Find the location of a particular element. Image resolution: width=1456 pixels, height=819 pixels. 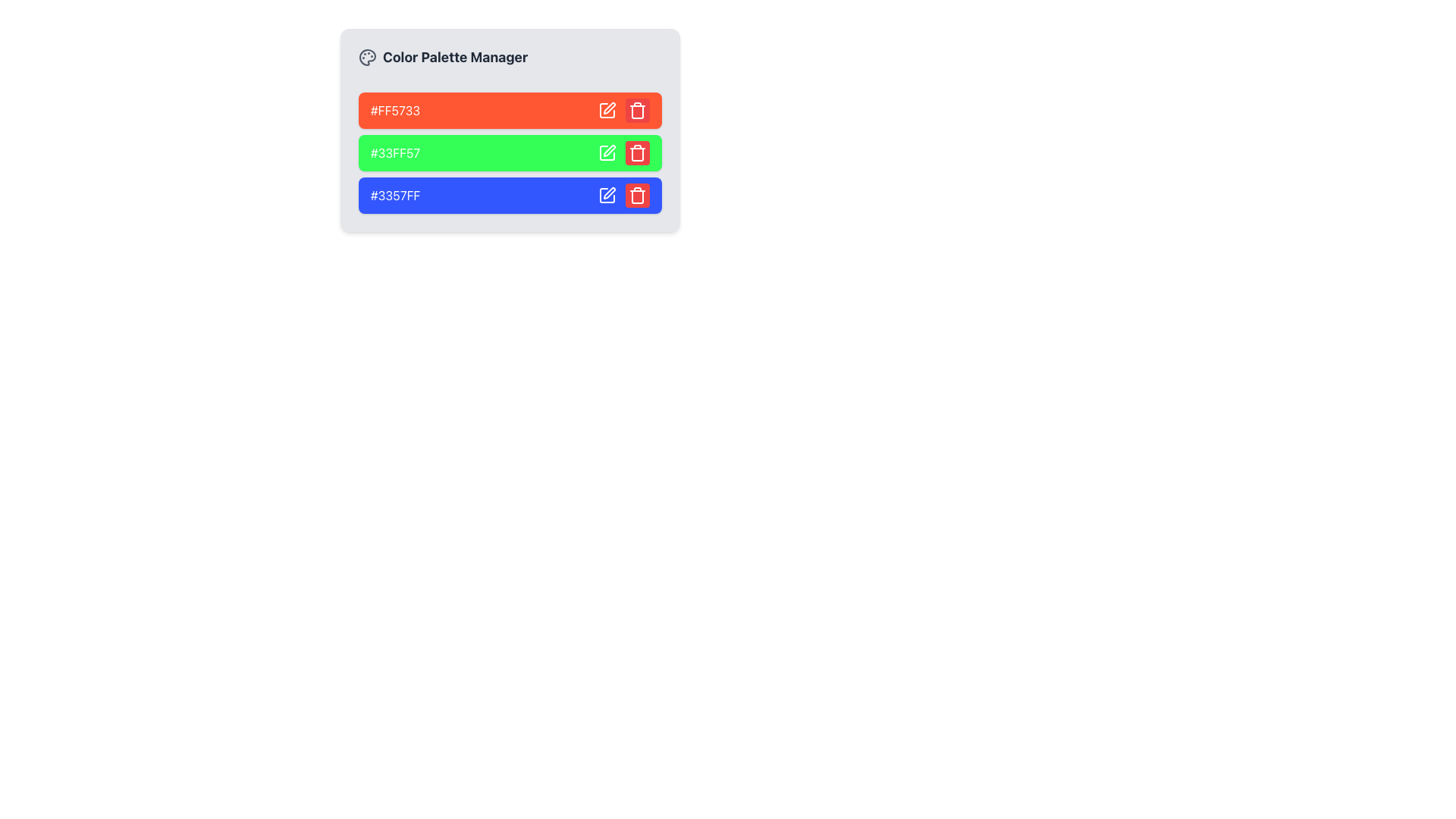

the edit button located to the right of the color label '#FF5733' in the Color Palette Manager to initiate color editing is located at coordinates (607, 110).